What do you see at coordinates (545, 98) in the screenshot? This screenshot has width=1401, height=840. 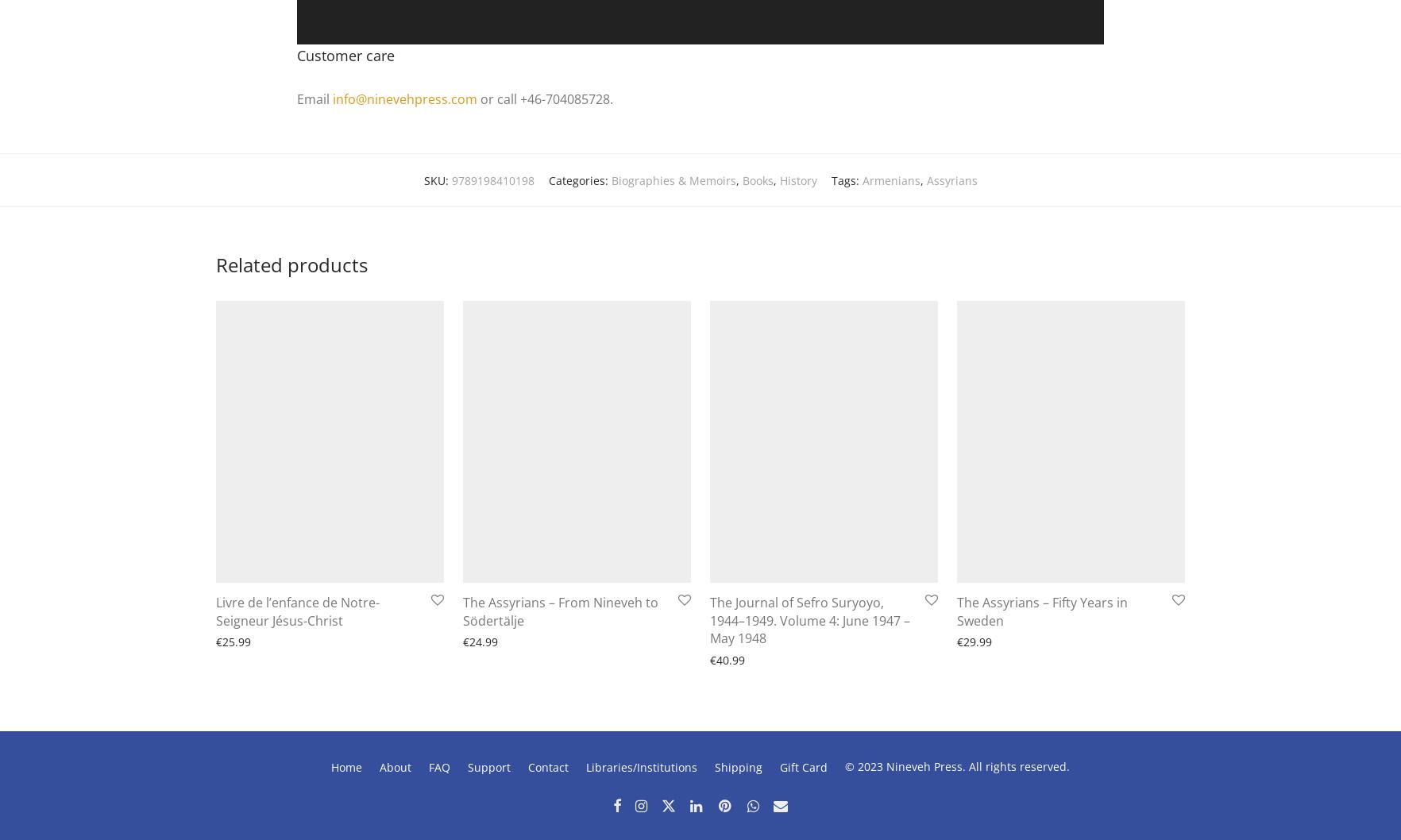 I see `'or call +46-704085728.'` at bounding box center [545, 98].